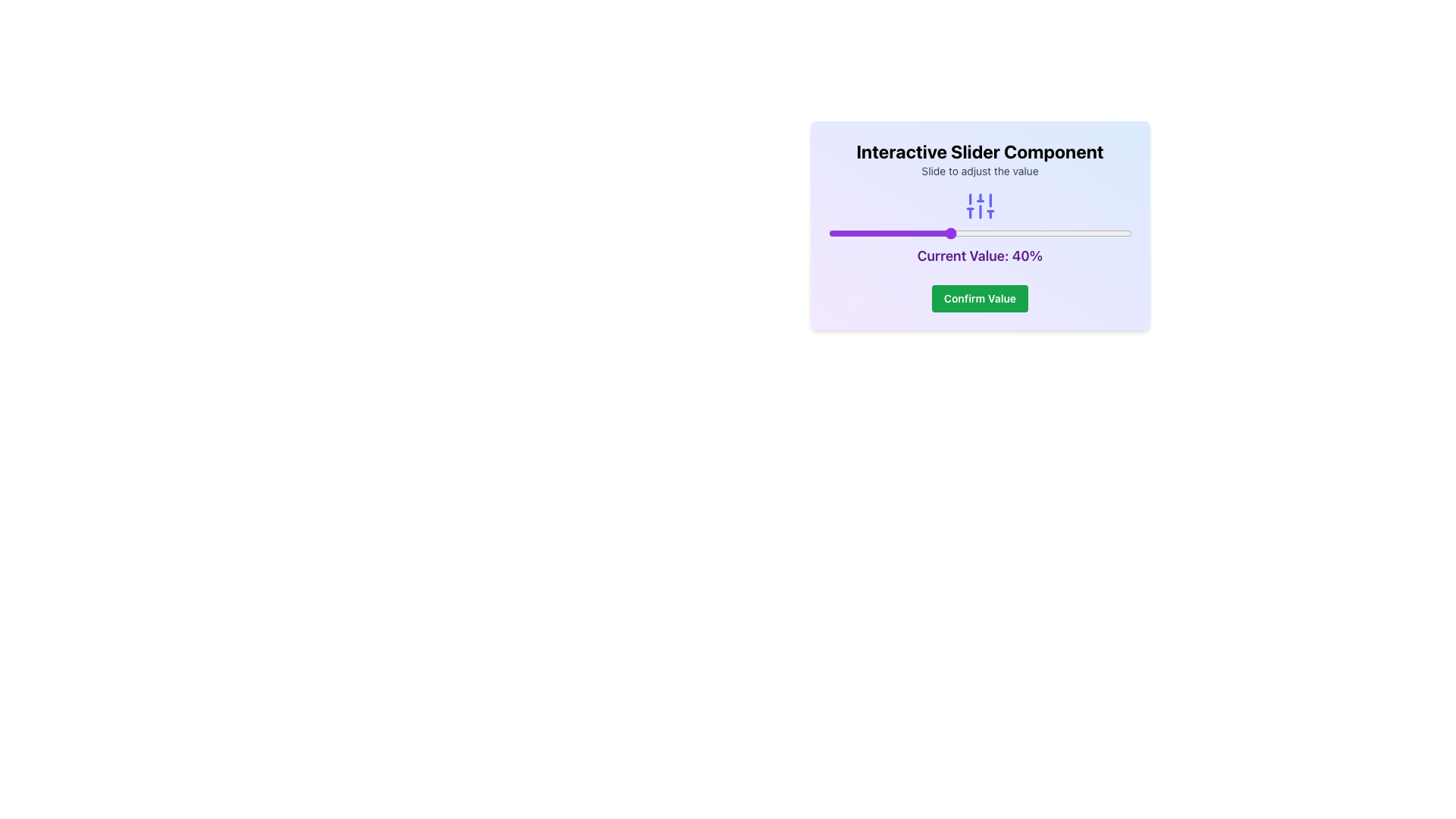  What do you see at coordinates (986, 234) in the screenshot?
I see `the slider value` at bounding box center [986, 234].